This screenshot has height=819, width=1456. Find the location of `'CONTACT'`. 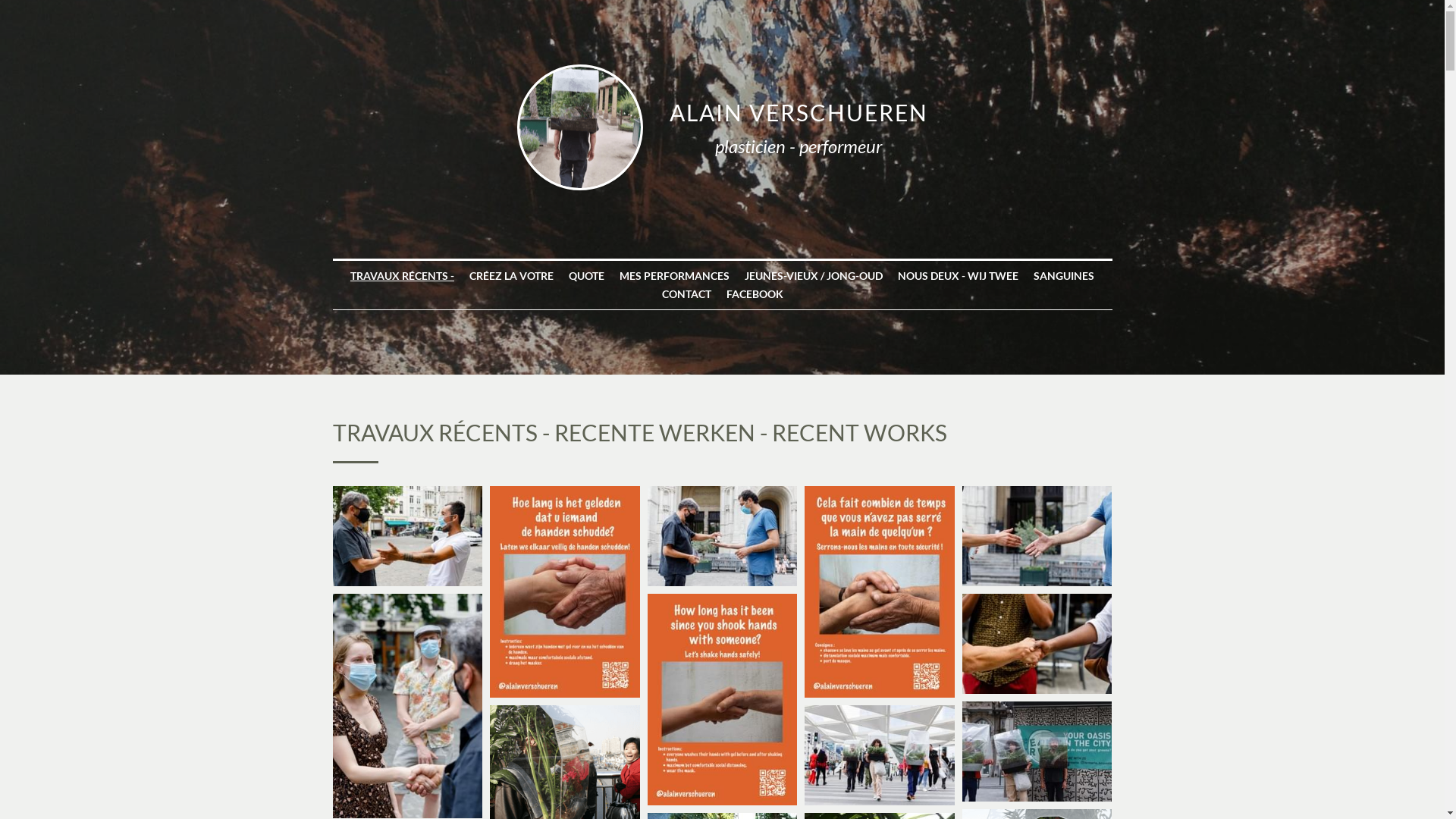

'CONTACT' is located at coordinates (685, 294).